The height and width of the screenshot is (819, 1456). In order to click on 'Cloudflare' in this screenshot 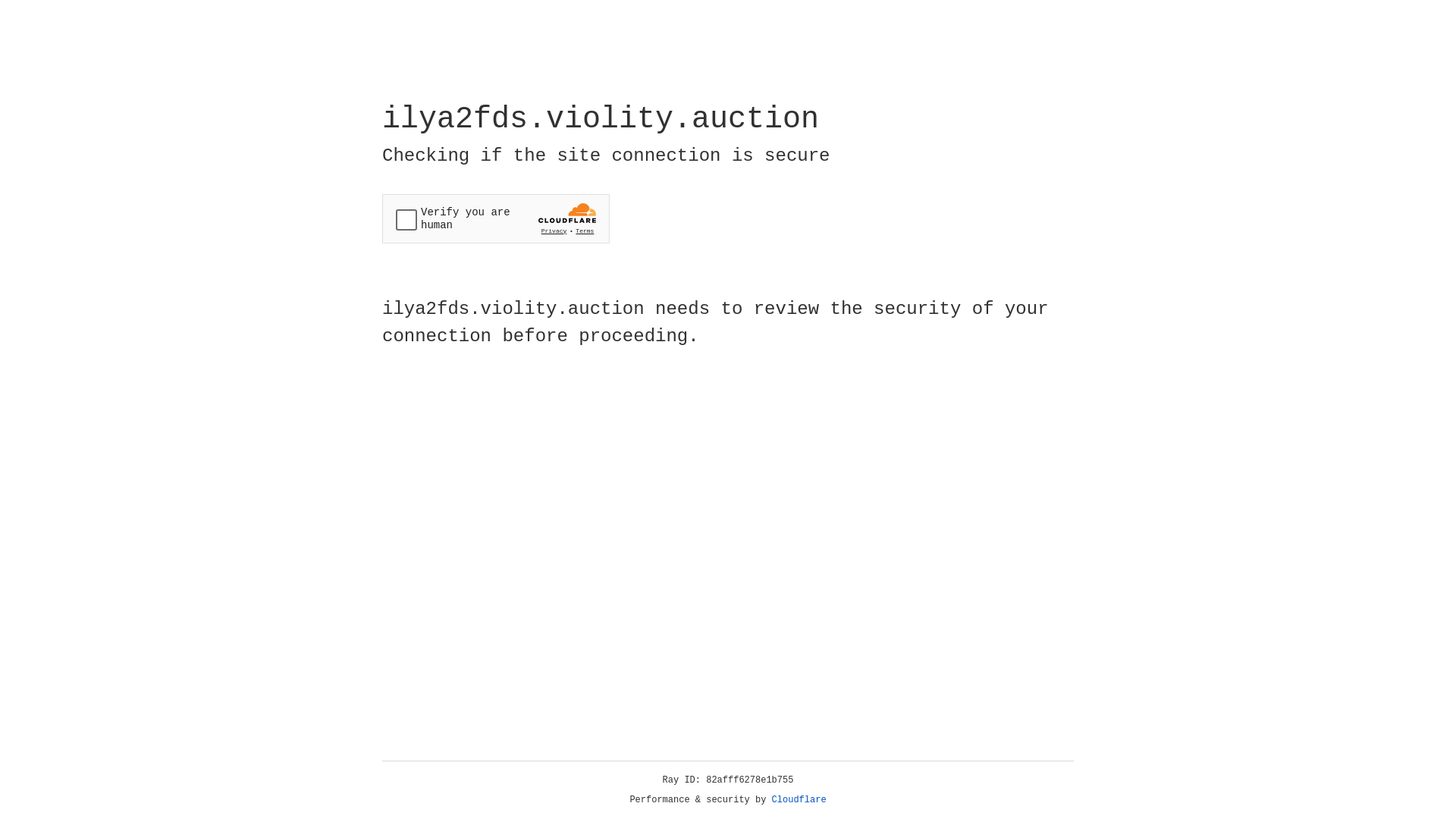, I will do `click(771, 799)`.